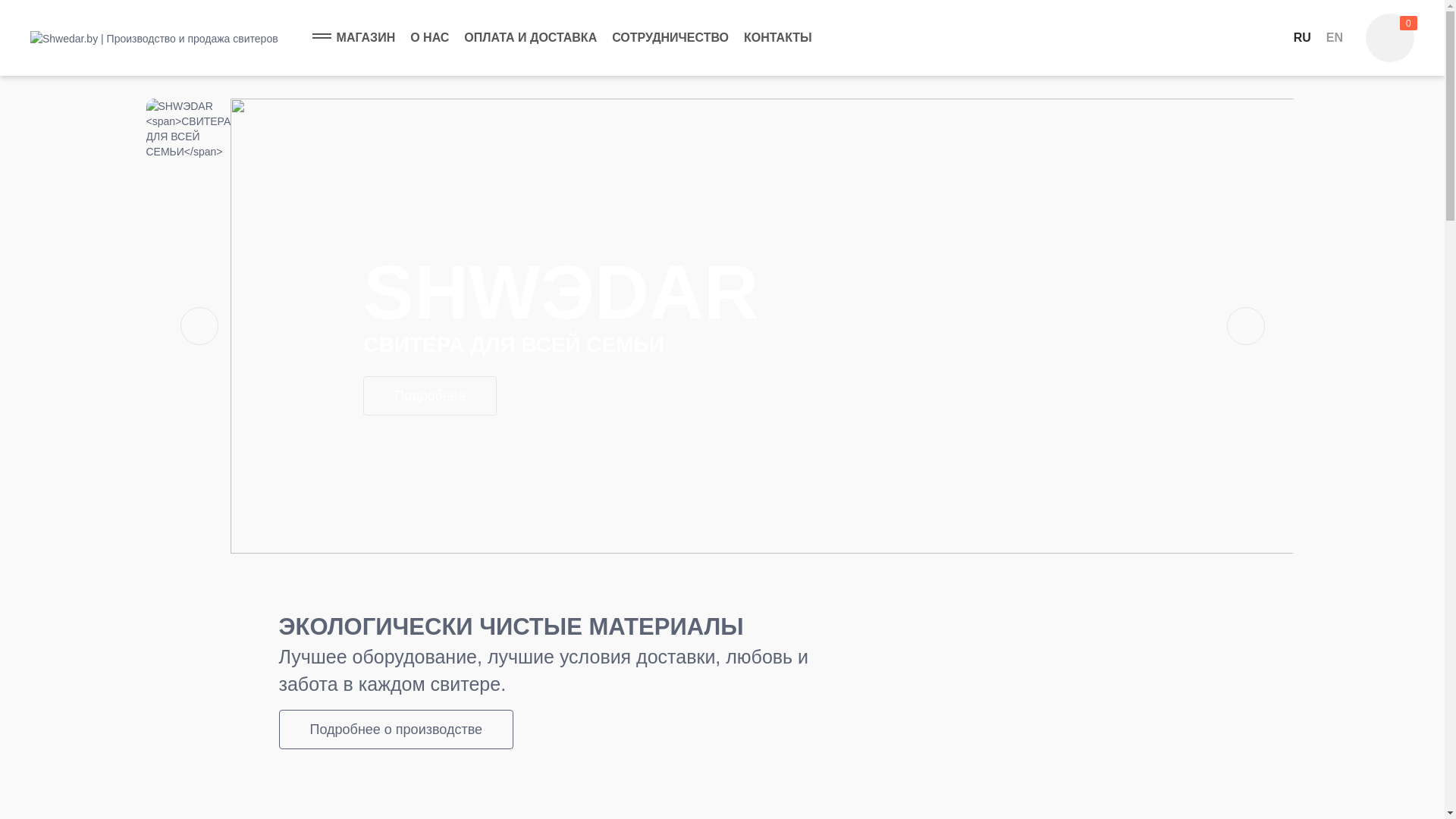 The width and height of the screenshot is (1456, 819). Describe the element at coordinates (1390, 37) in the screenshot. I see `'0'` at that location.